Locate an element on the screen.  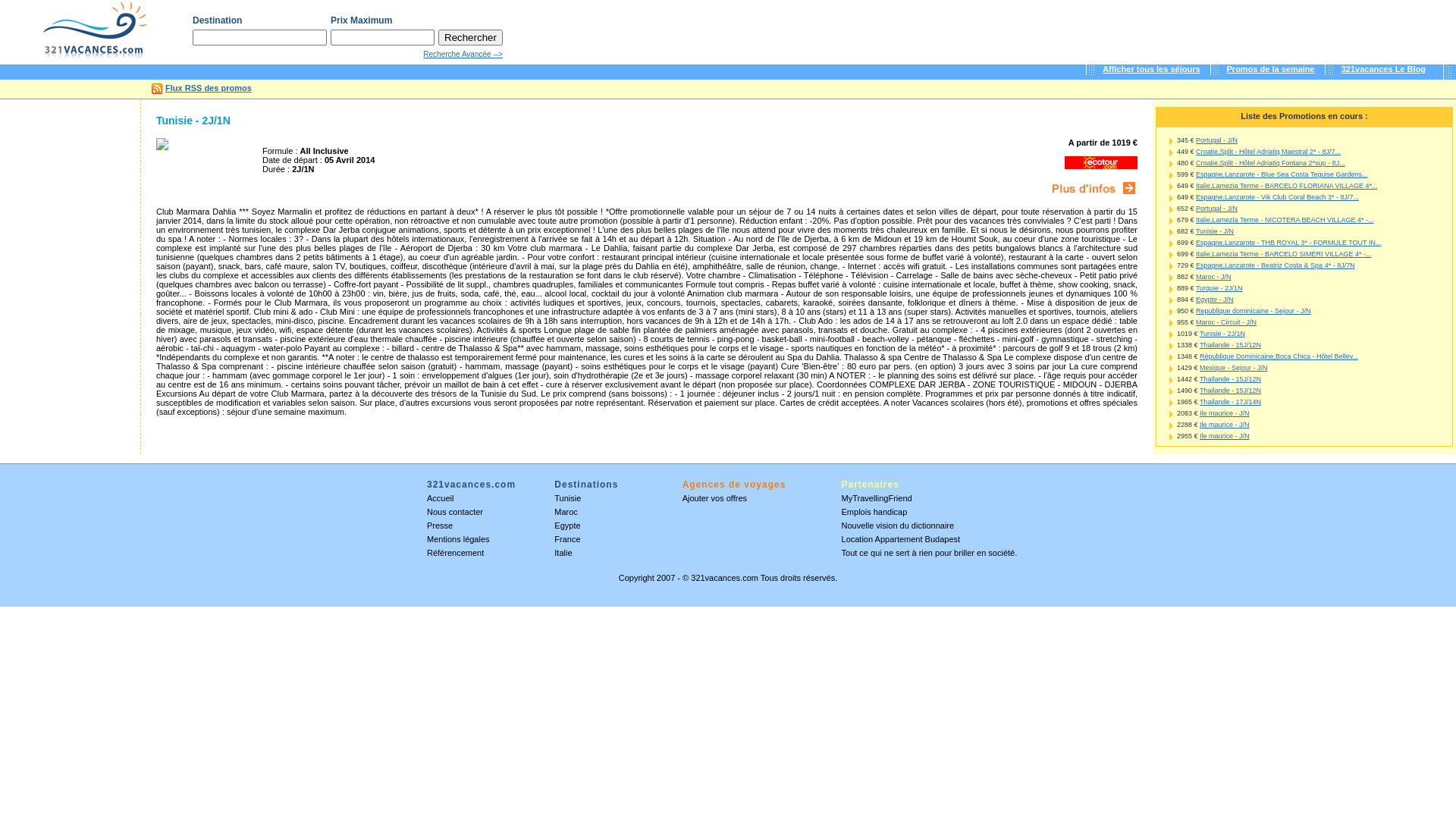
'Espagne,Lanzarote - Vik Club Coral Beach 3* - 8J/7...' is located at coordinates (1195, 196).